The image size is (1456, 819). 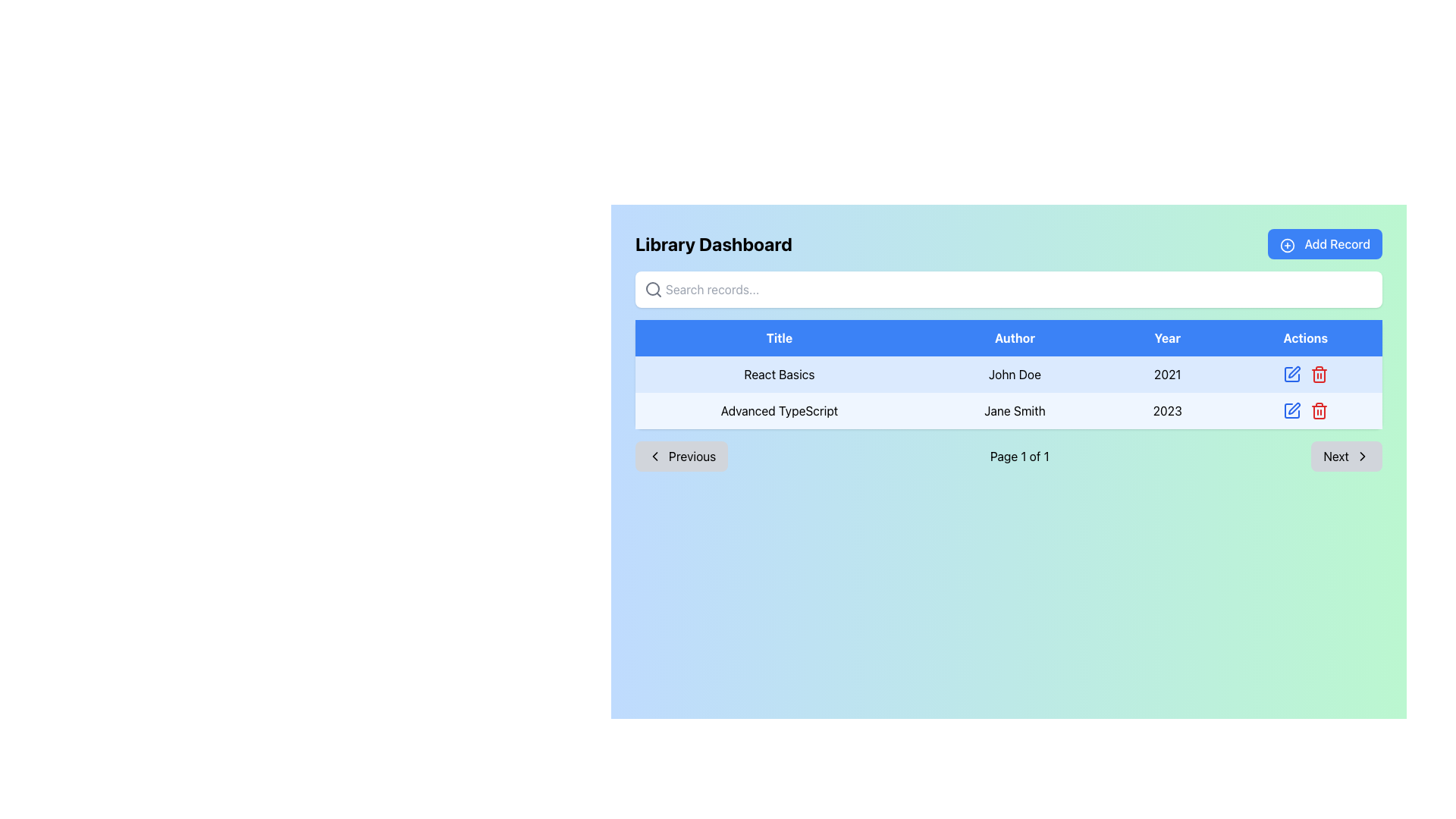 What do you see at coordinates (1362, 455) in the screenshot?
I see `the small triangular arrow icon, which is the rightward-facing chevron of the 'Next' button located on the right side of the pagination control at the bottom of the Library Dashboard interface` at bounding box center [1362, 455].